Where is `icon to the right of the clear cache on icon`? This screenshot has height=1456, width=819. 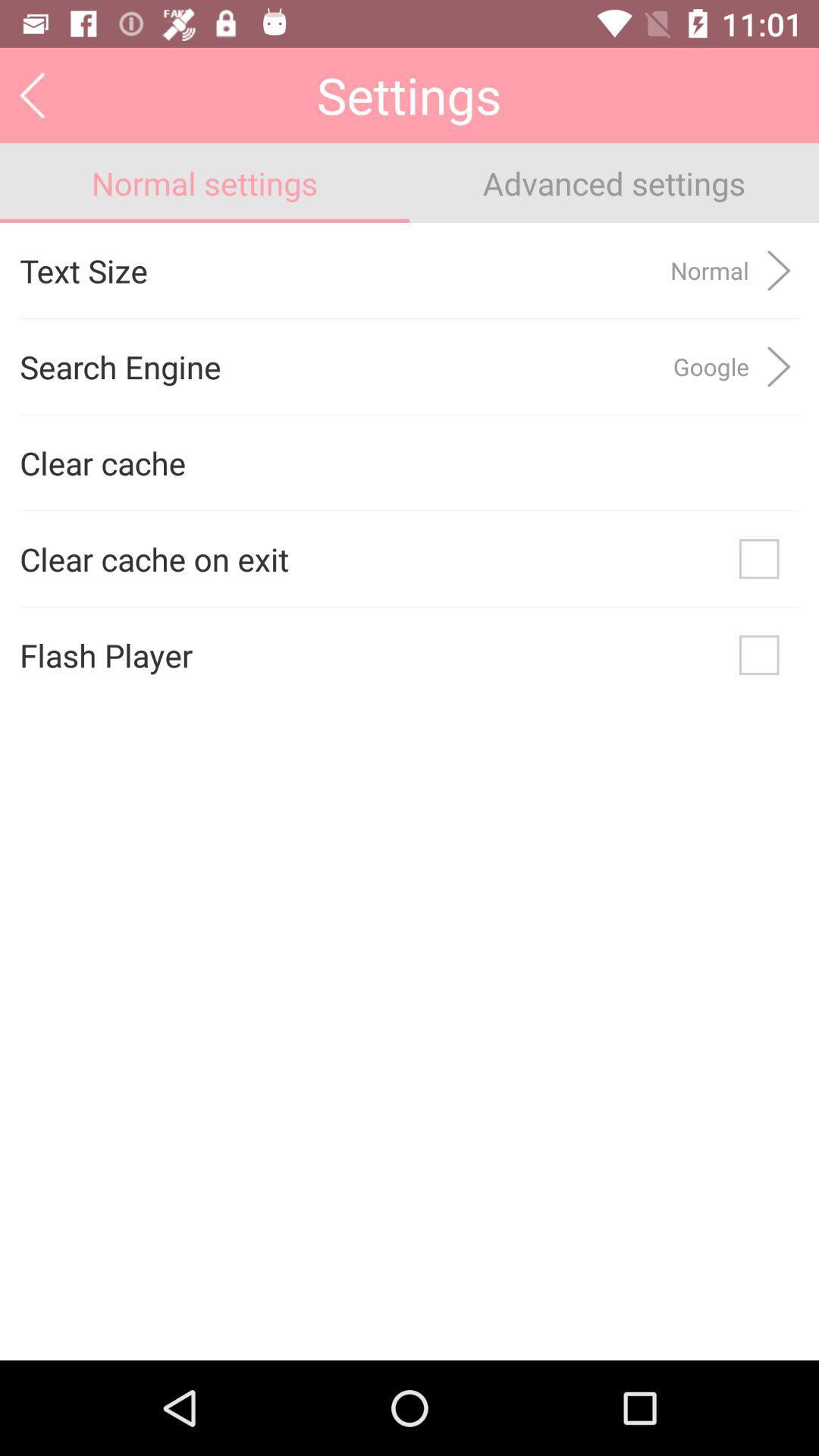
icon to the right of the clear cache on icon is located at coordinates (759, 558).